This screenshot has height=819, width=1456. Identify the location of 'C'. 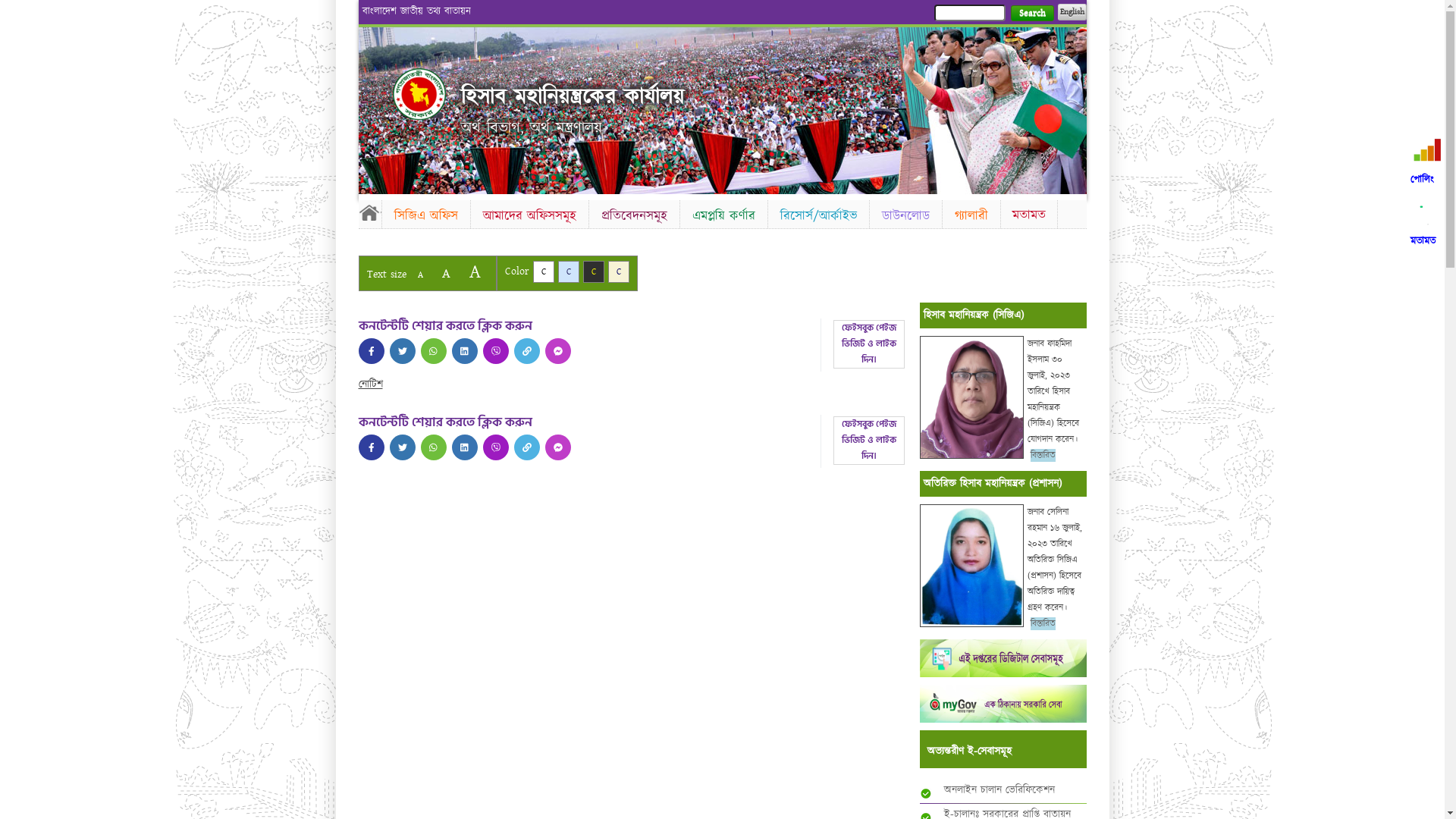
(542, 271).